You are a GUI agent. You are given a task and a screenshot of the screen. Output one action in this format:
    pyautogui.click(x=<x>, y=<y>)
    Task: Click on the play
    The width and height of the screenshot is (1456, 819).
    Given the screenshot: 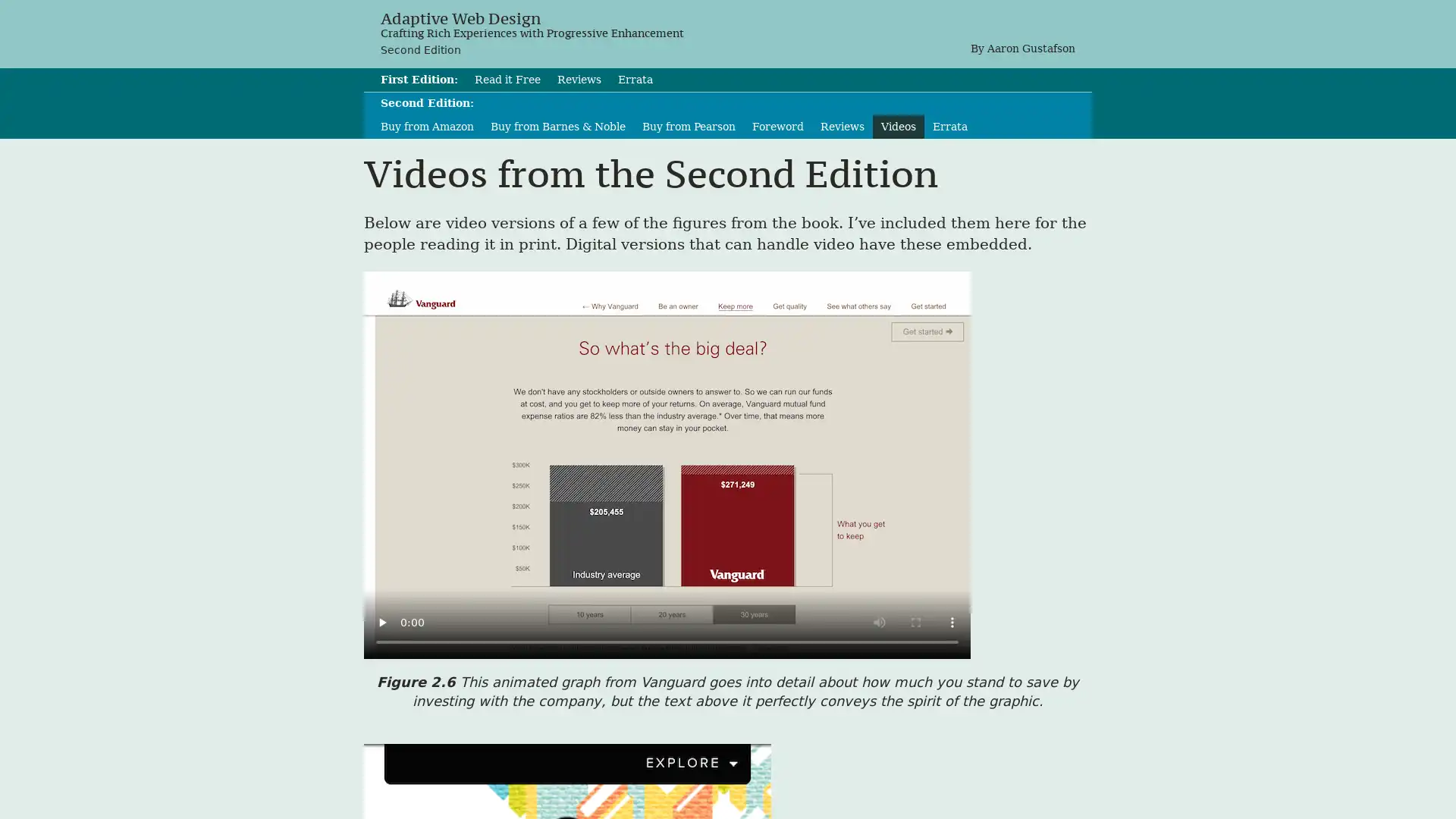 What is the action you would take?
    pyautogui.click(x=382, y=622)
    